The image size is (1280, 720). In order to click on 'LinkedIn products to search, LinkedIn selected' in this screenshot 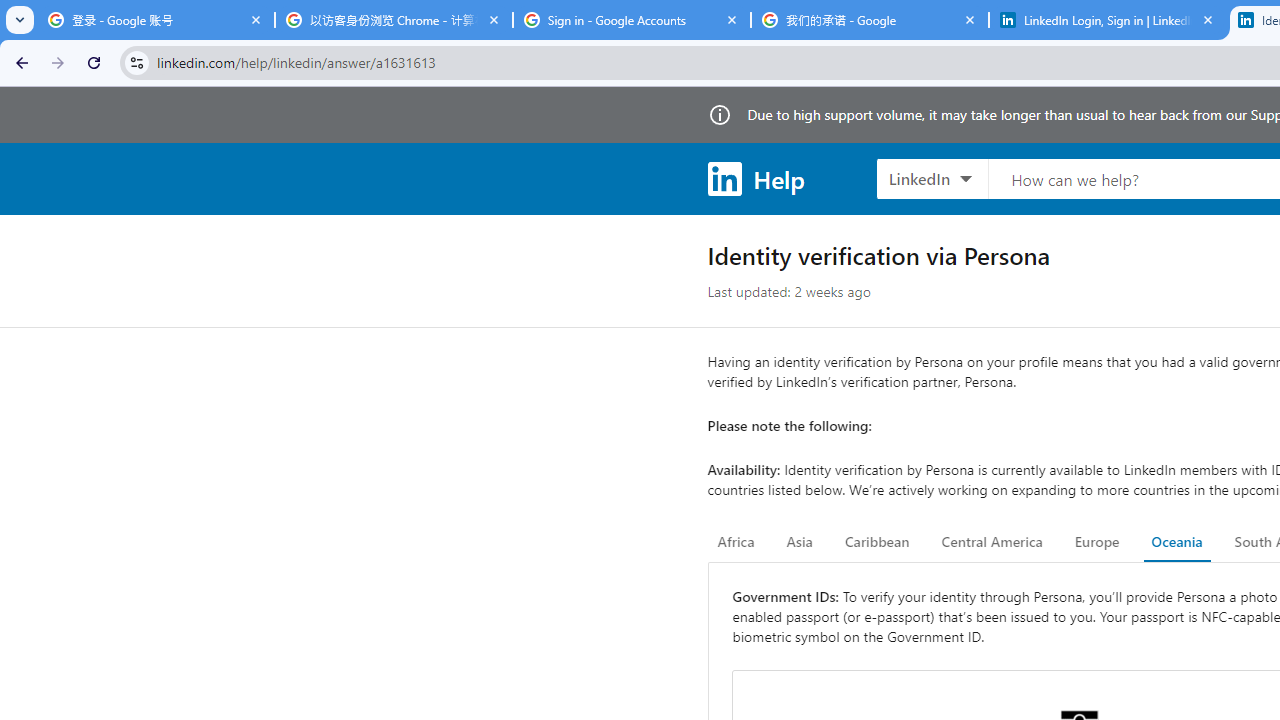, I will do `click(931, 177)`.